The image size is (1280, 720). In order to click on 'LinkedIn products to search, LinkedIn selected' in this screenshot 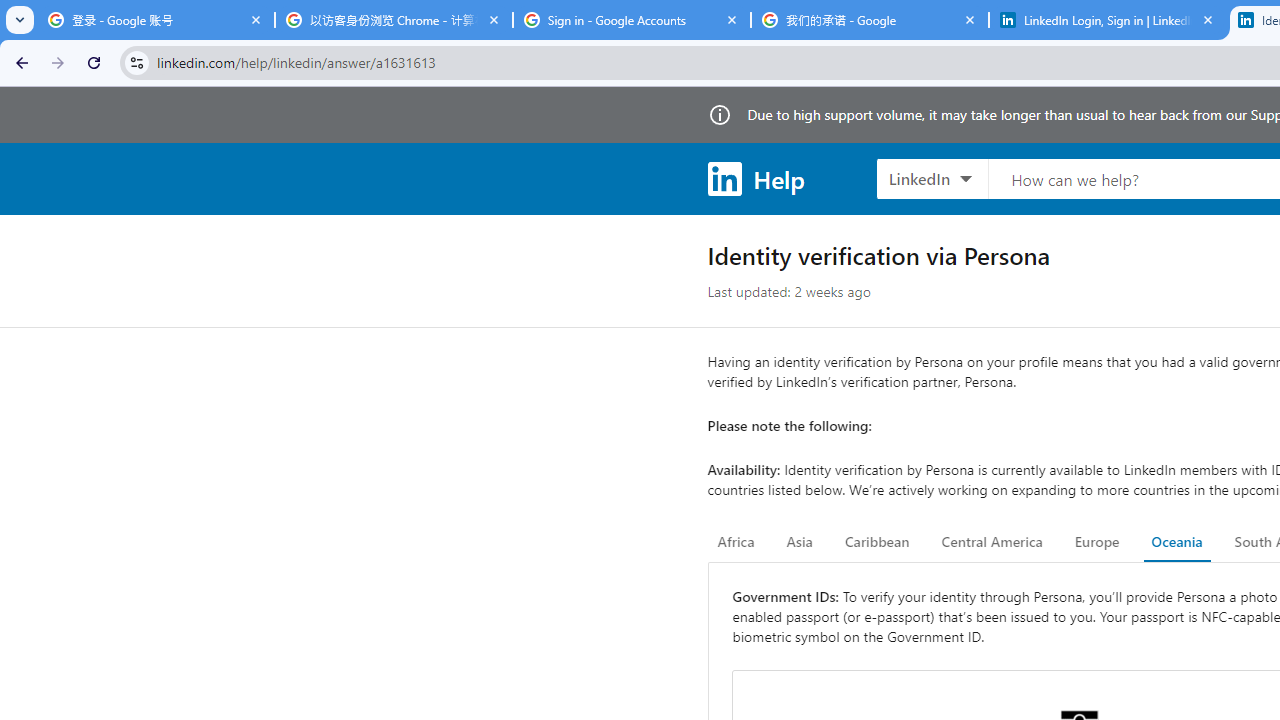, I will do `click(931, 177)`.